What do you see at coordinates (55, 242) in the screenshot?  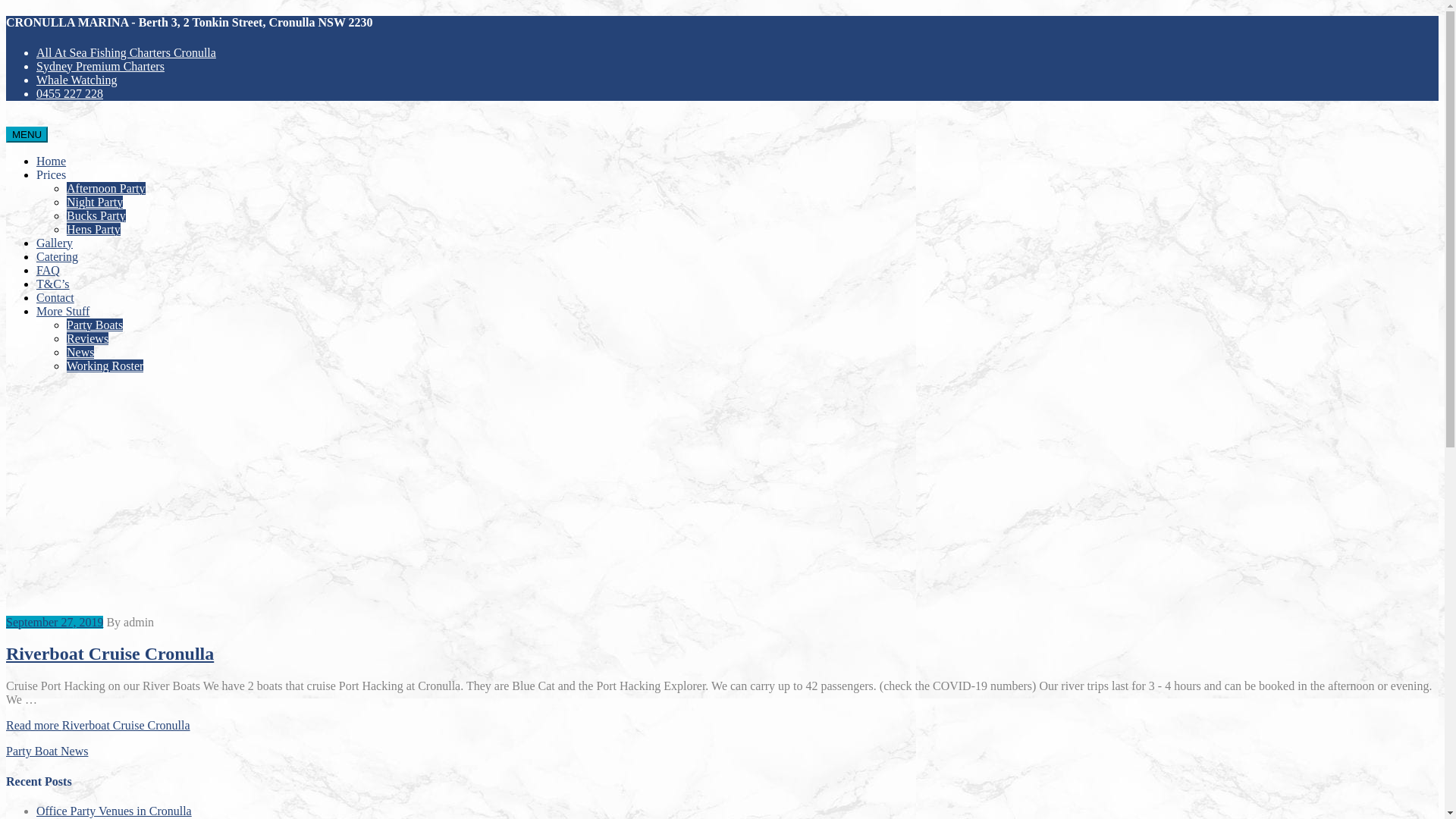 I see `'Gallery'` at bounding box center [55, 242].